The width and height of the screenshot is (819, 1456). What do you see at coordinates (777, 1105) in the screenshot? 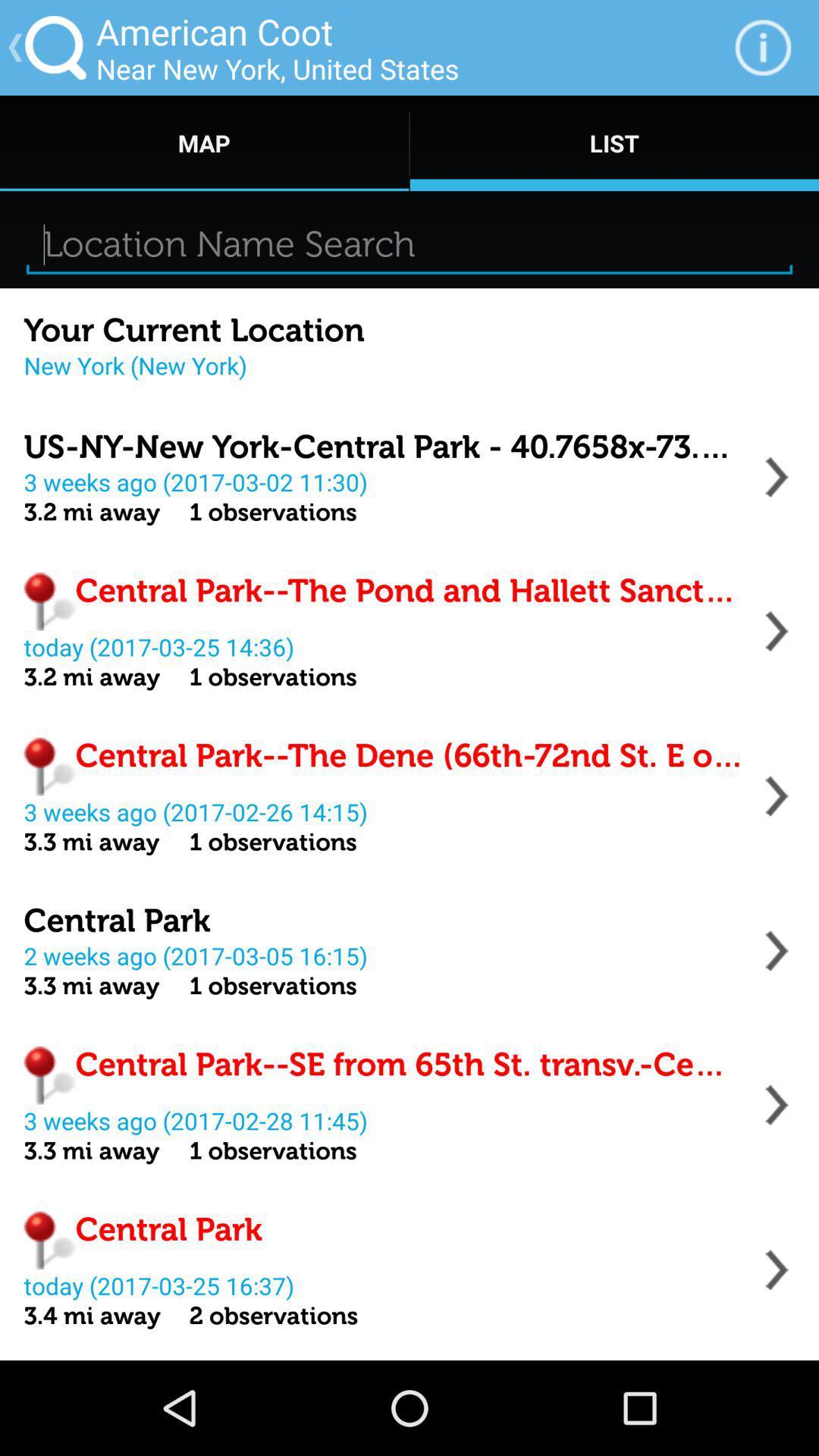
I see `expand address` at bounding box center [777, 1105].